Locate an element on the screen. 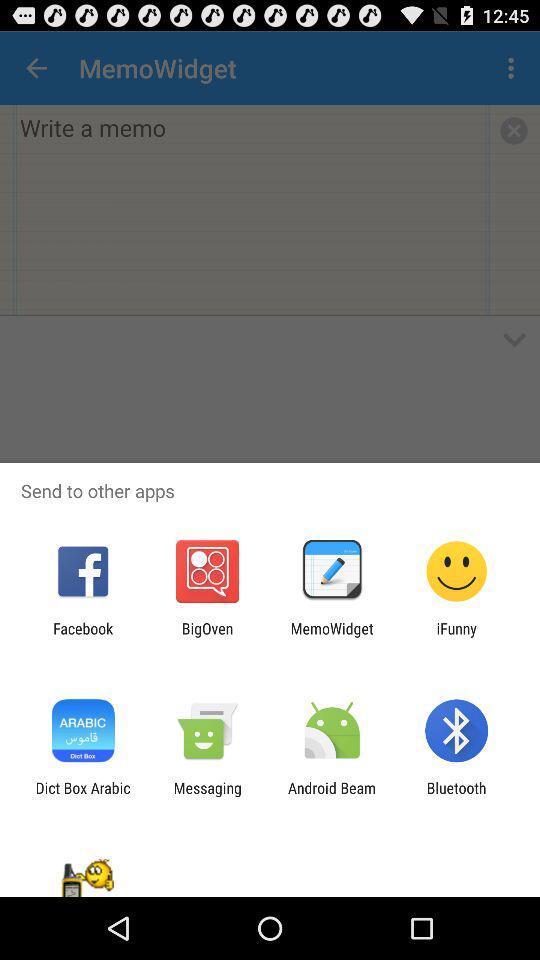 The width and height of the screenshot is (540, 960). the icon next to bigoven icon is located at coordinates (82, 636).